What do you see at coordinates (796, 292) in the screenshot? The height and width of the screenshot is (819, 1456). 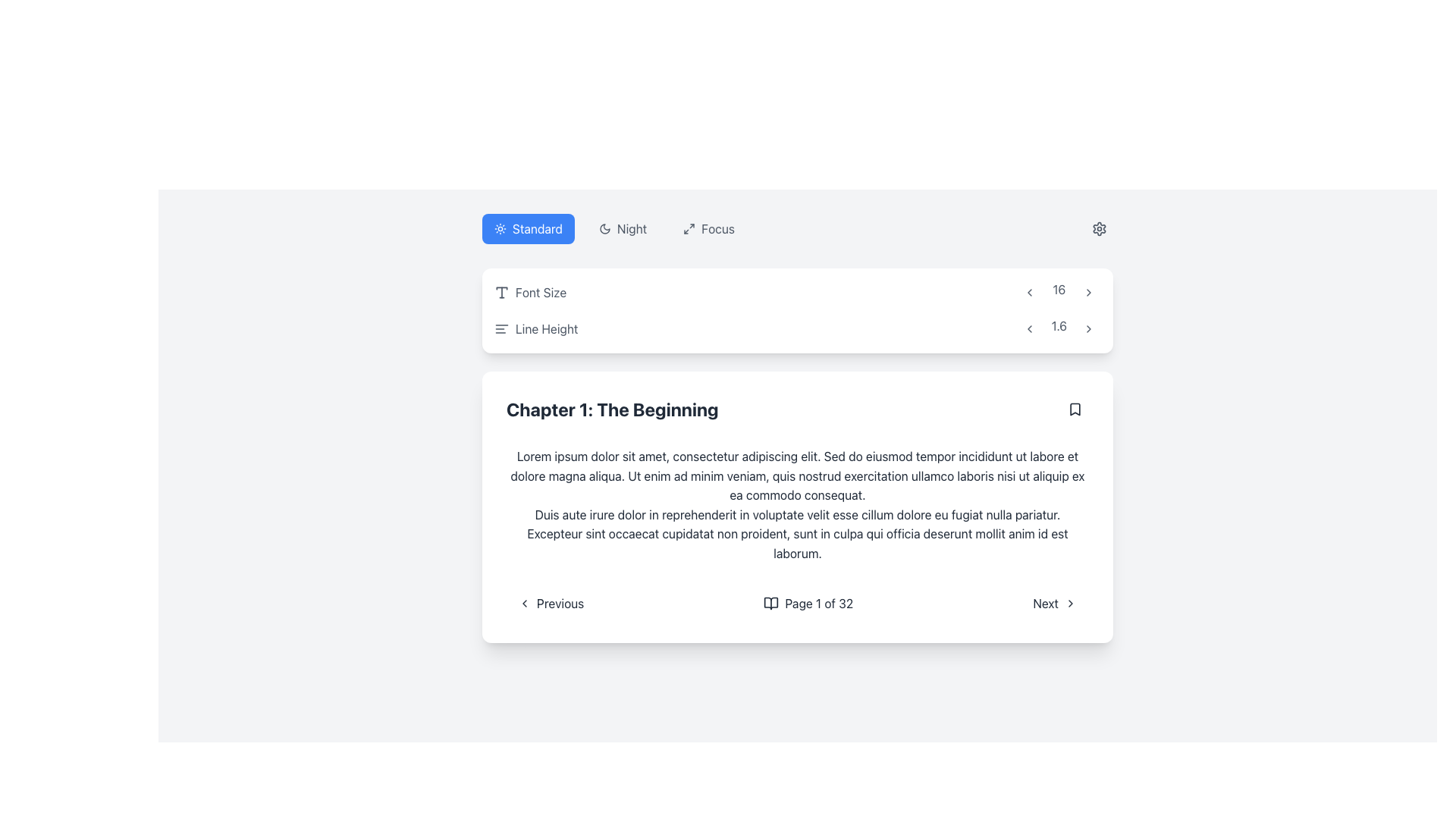 I see `the decrement arrow in the font size adjustment section, located in the top-left region of the white rounded rectangle above the 'Line Height' row` at bounding box center [796, 292].